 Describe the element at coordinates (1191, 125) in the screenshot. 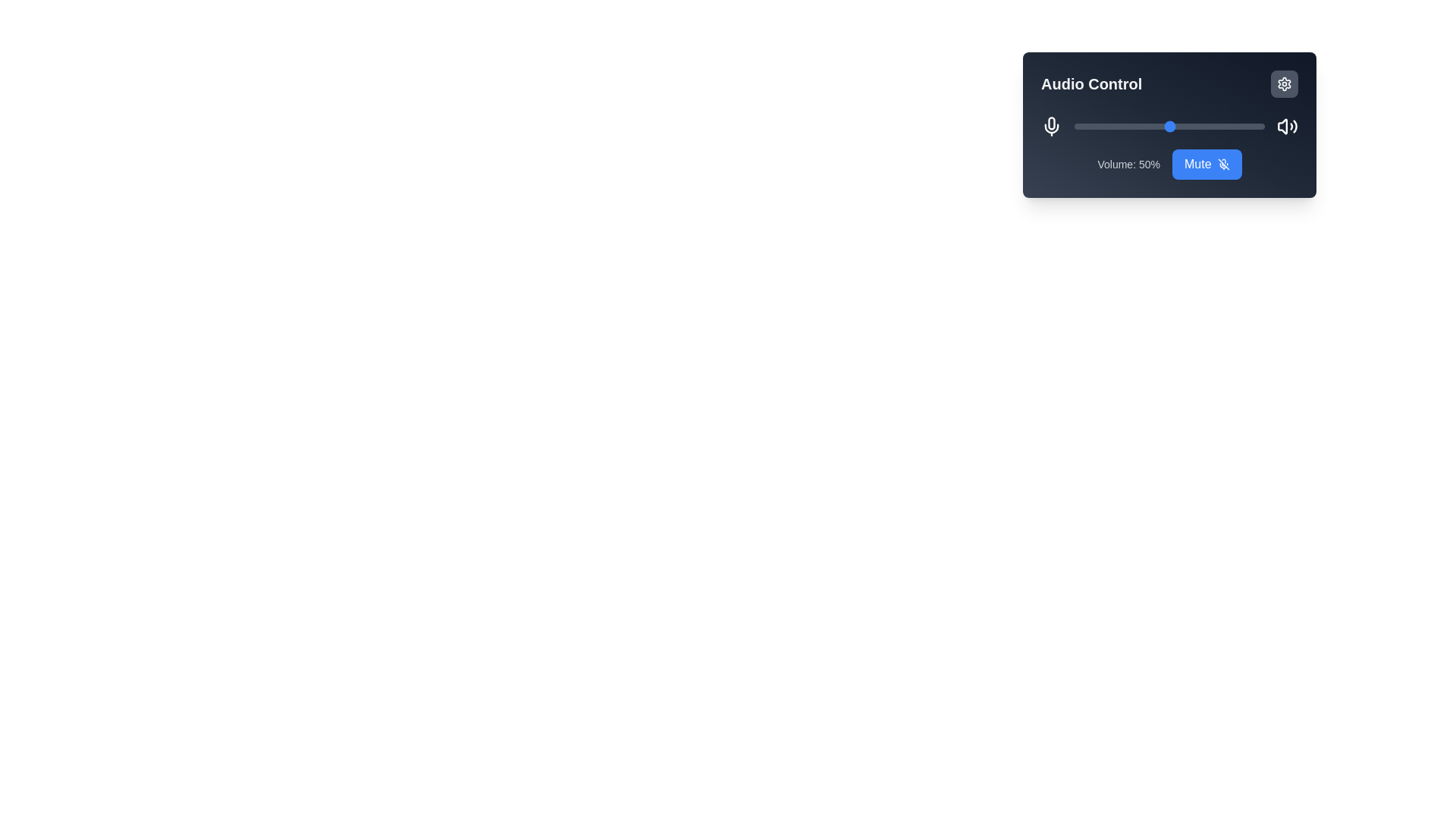

I see `the audio volume` at that location.